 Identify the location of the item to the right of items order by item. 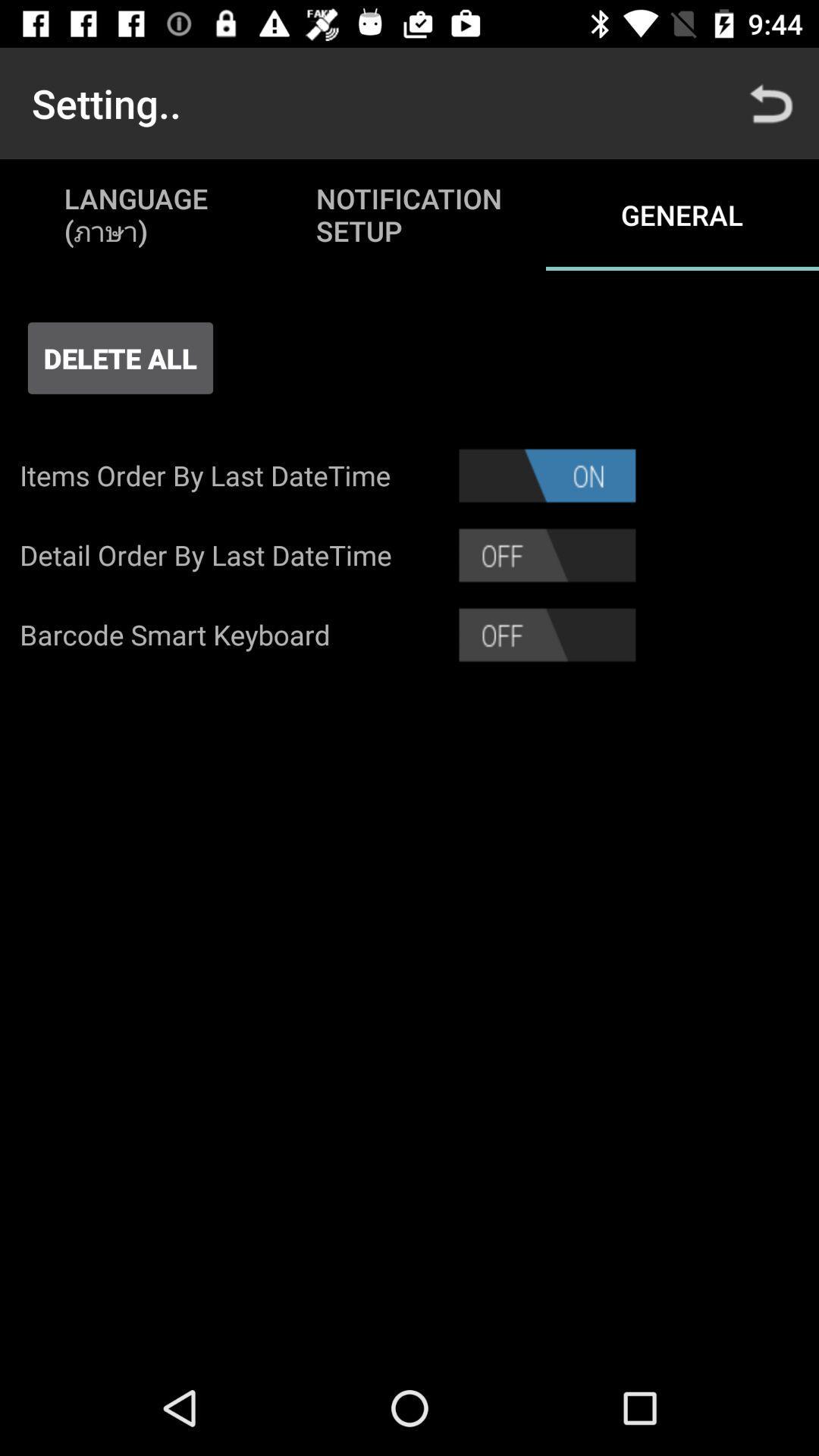
(547, 475).